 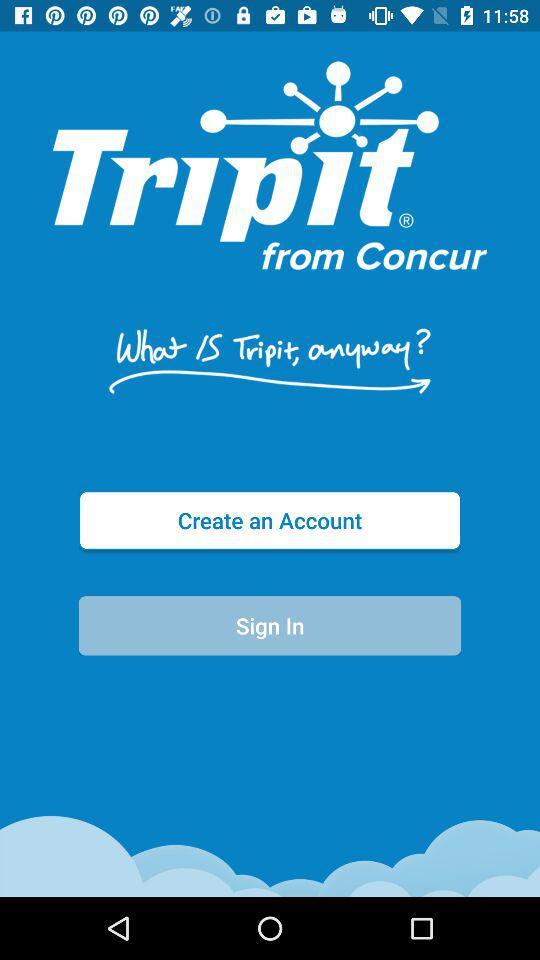 I want to click on the sign in item, so click(x=270, y=624).